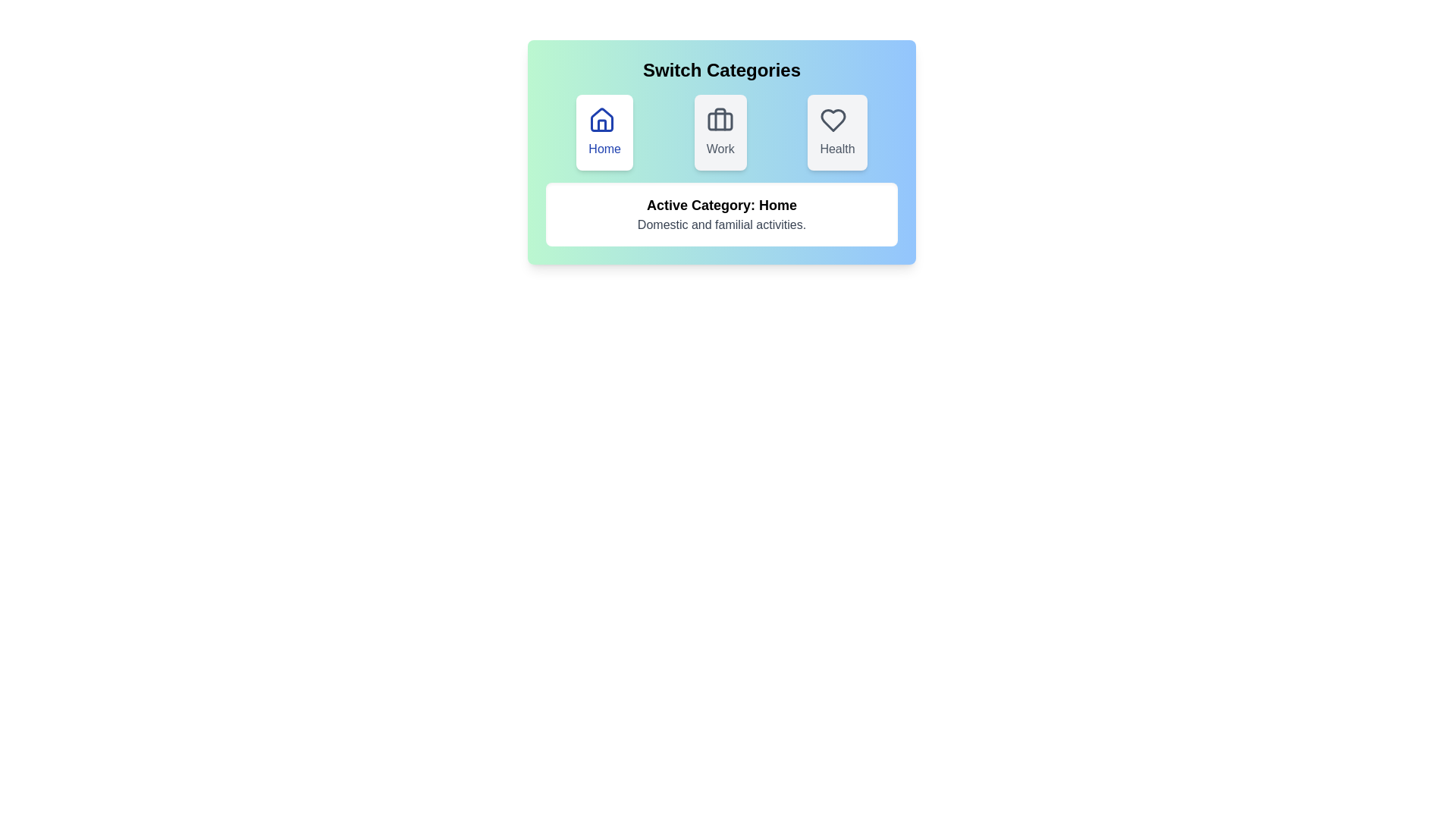  What do you see at coordinates (836, 131) in the screenshot?
I see `the button with the label Health` at bounding box center [836, 131].